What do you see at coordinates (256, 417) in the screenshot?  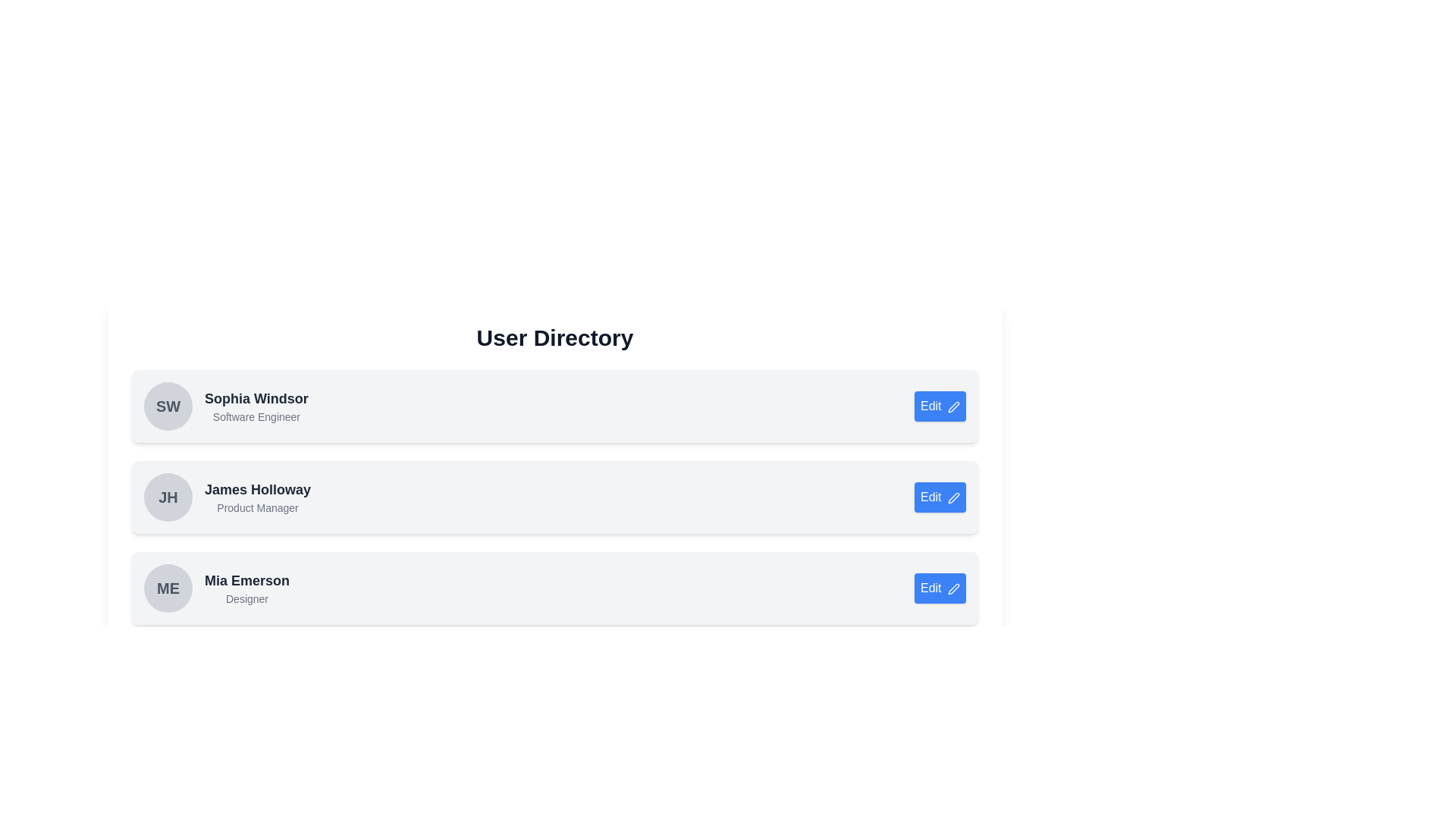 I see `the text content of the label indicating the role or job title of the user 'Sophia Windsor', which is positioned below the user's name in the profile list` at bounding box center [256, 417].